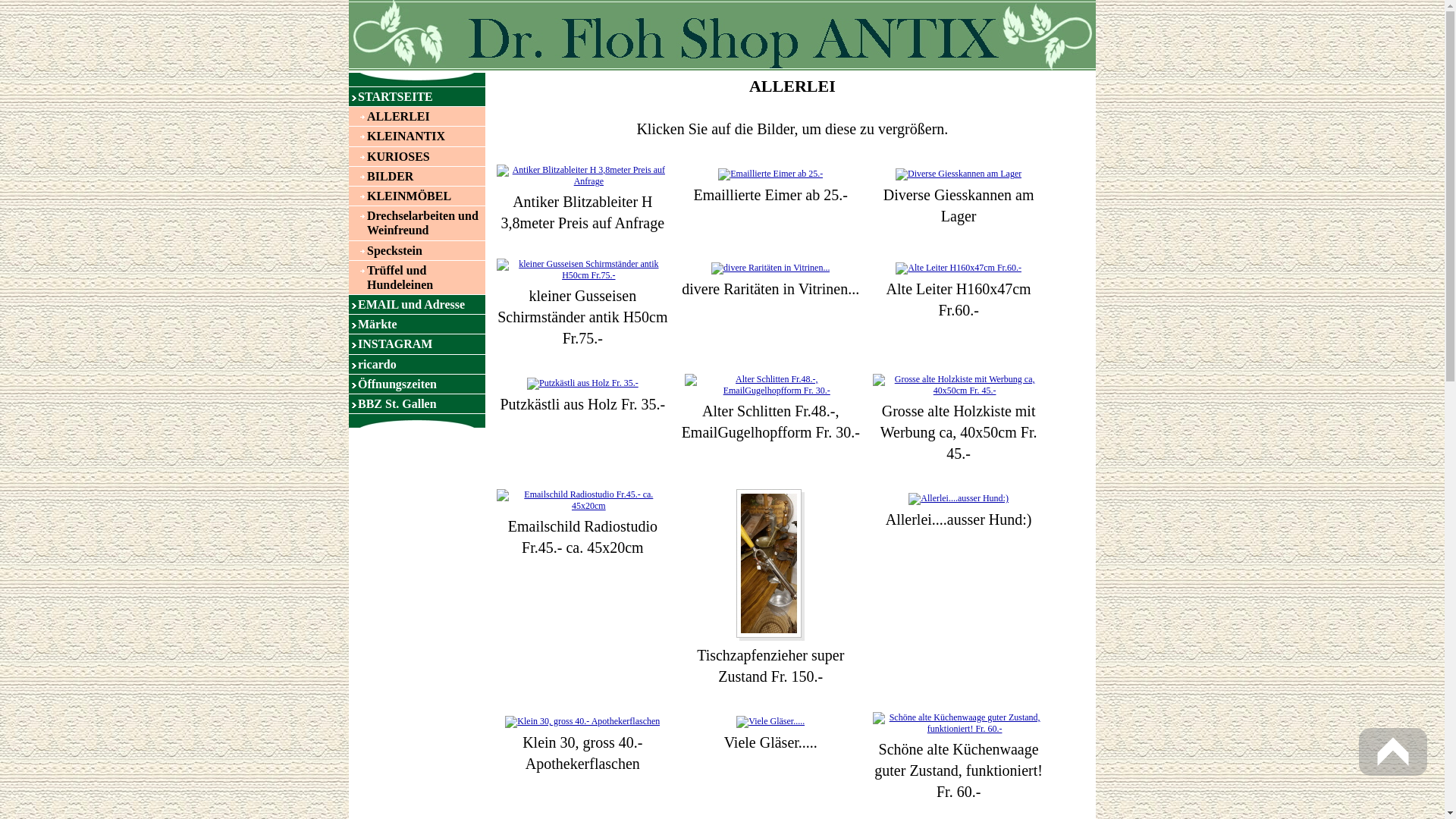 This screenshot has width=1456, height=819. What do you see at coordinates (957, 174) in the screenshot?
I see `'Diverse Giesskannen am Lager'` at bounding box center [957, 174].